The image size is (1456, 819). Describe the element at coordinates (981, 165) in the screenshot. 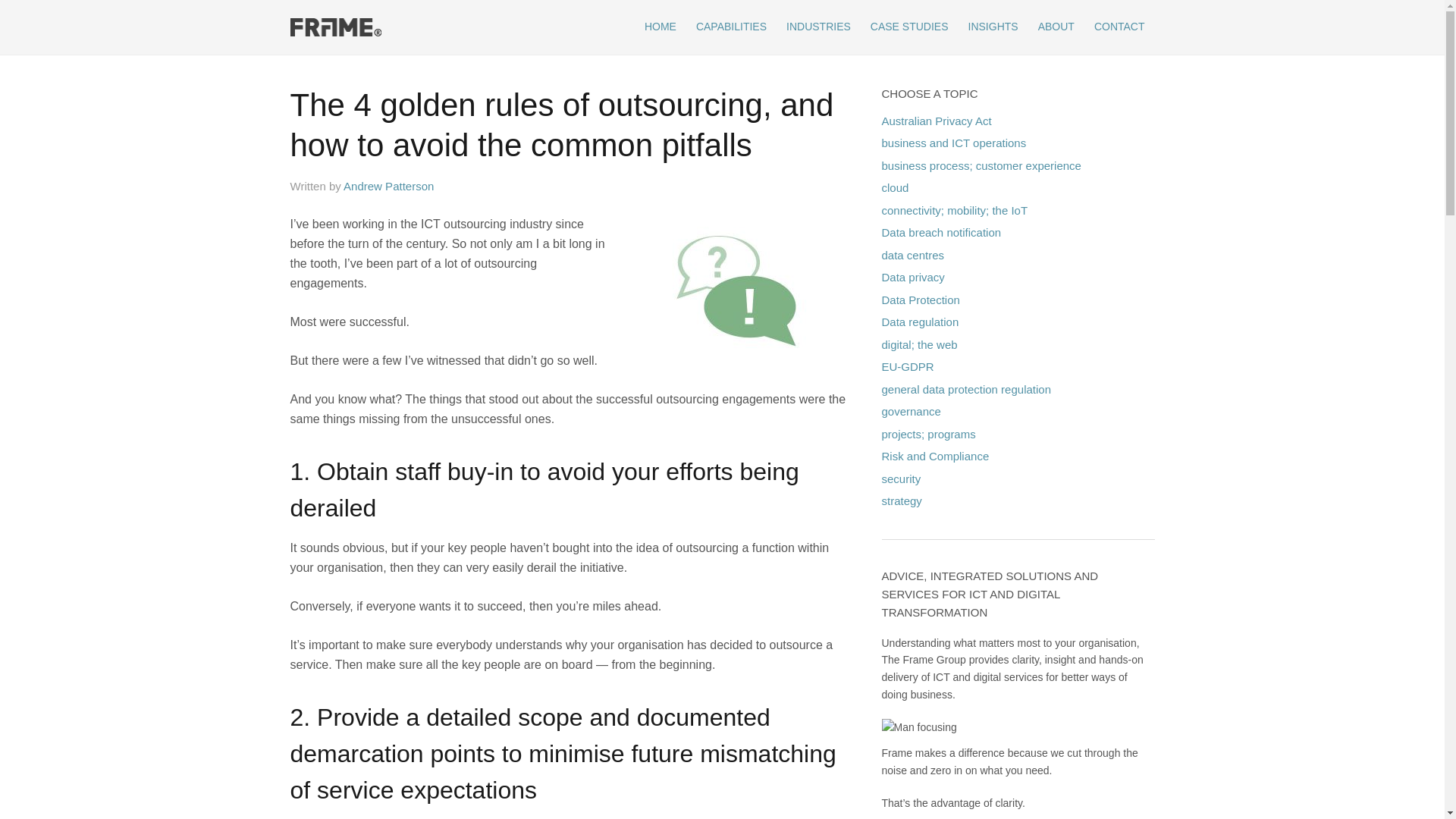

I see `'business process; customer experience'` at that location.